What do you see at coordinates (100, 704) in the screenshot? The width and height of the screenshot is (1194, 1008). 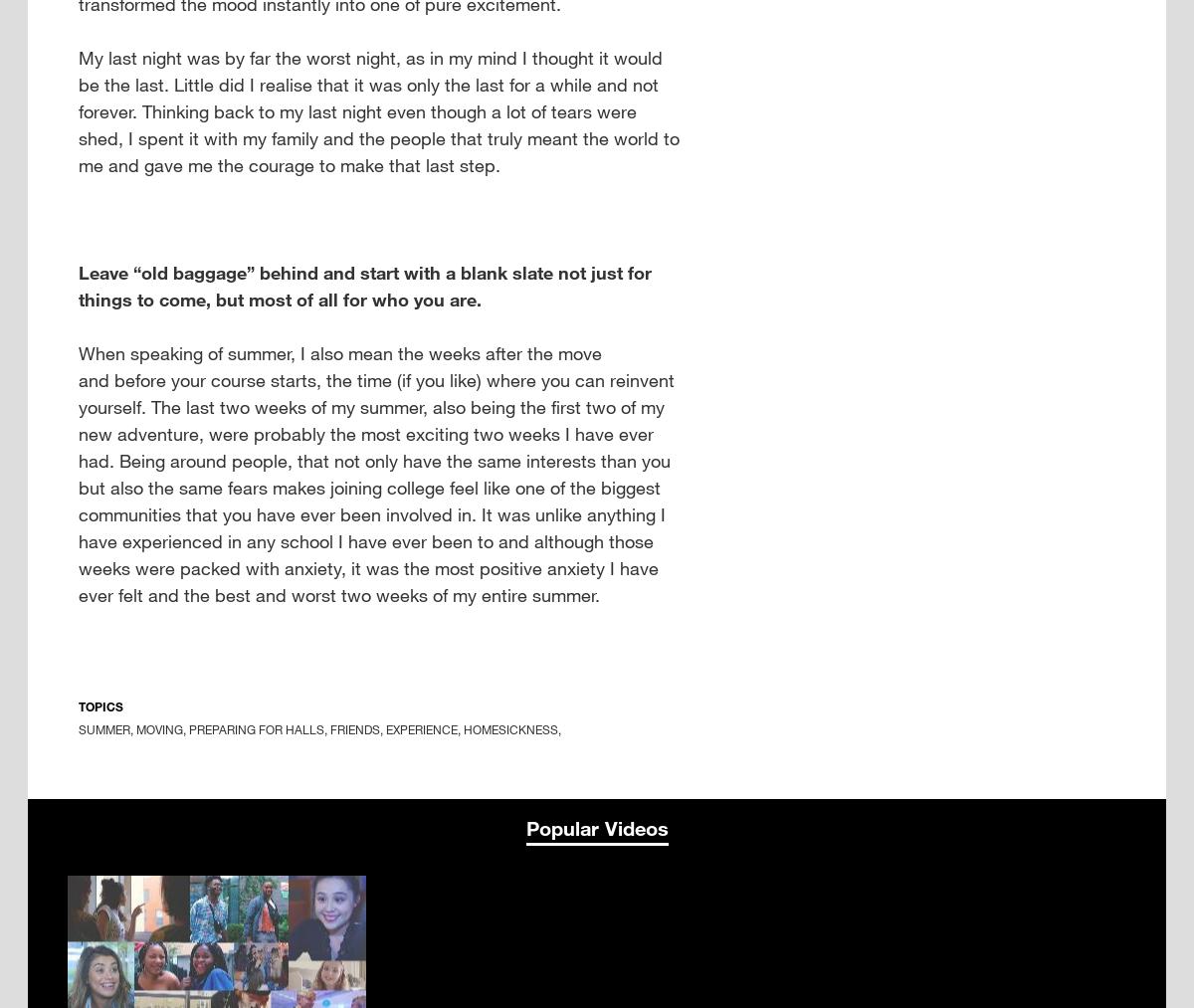 I see `'Topics'` at bounding box center [100, 704].